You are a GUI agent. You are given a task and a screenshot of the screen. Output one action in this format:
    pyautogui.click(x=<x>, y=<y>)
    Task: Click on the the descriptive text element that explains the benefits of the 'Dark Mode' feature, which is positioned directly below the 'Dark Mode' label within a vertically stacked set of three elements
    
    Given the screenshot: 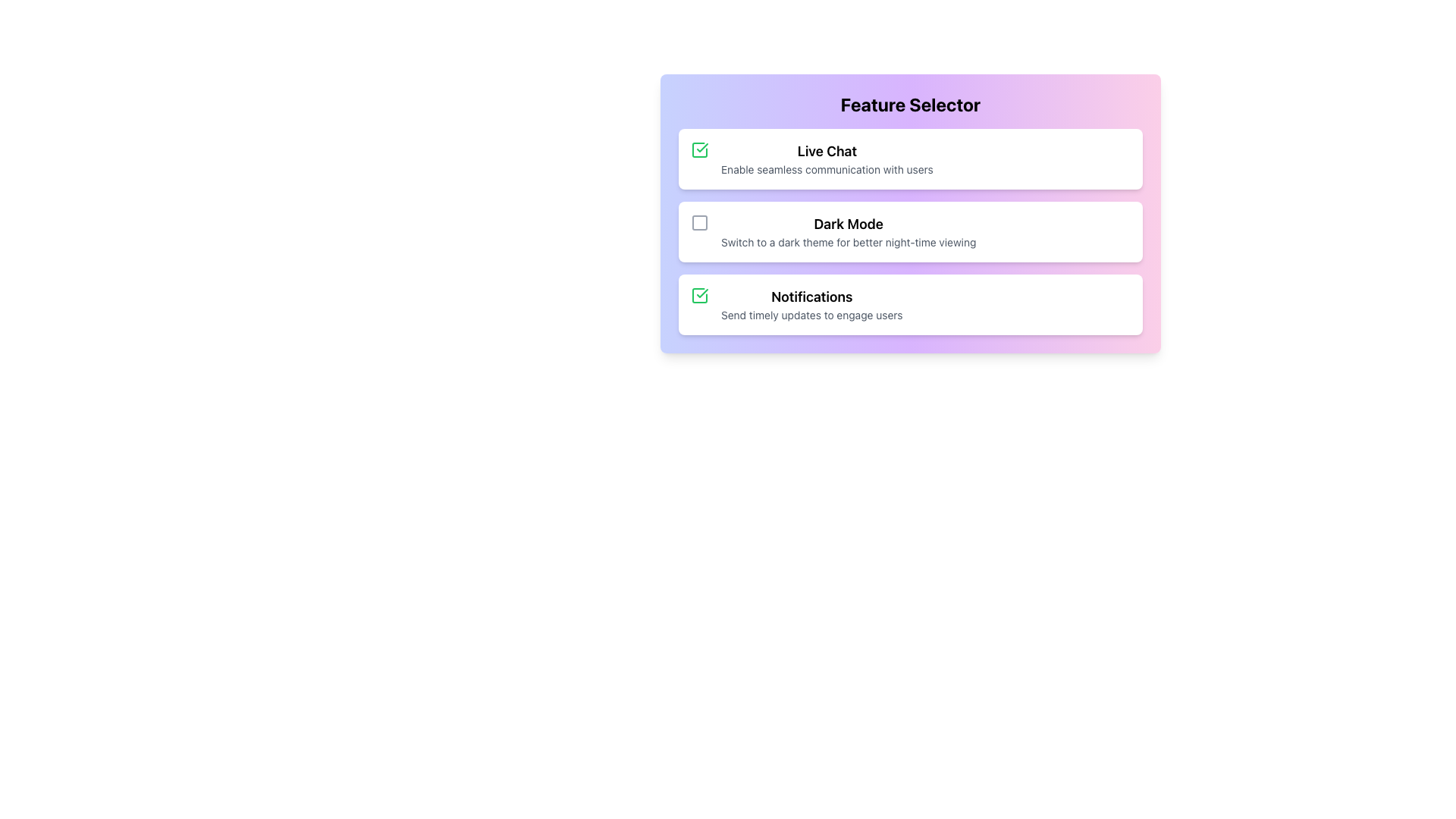 What is the action you would take?
    pyautogui.click(x=848, y=242)
    